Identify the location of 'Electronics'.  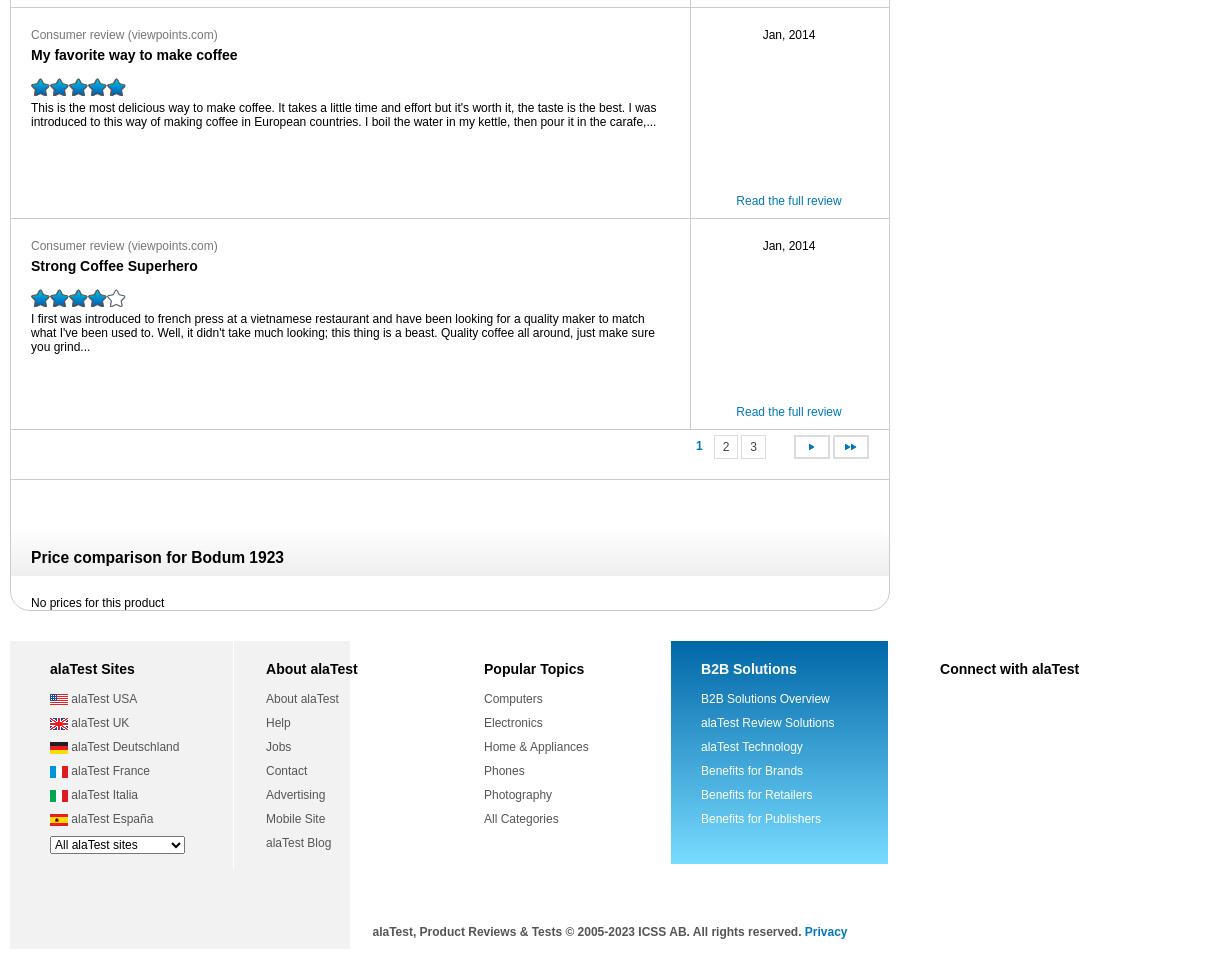
(513, 722).